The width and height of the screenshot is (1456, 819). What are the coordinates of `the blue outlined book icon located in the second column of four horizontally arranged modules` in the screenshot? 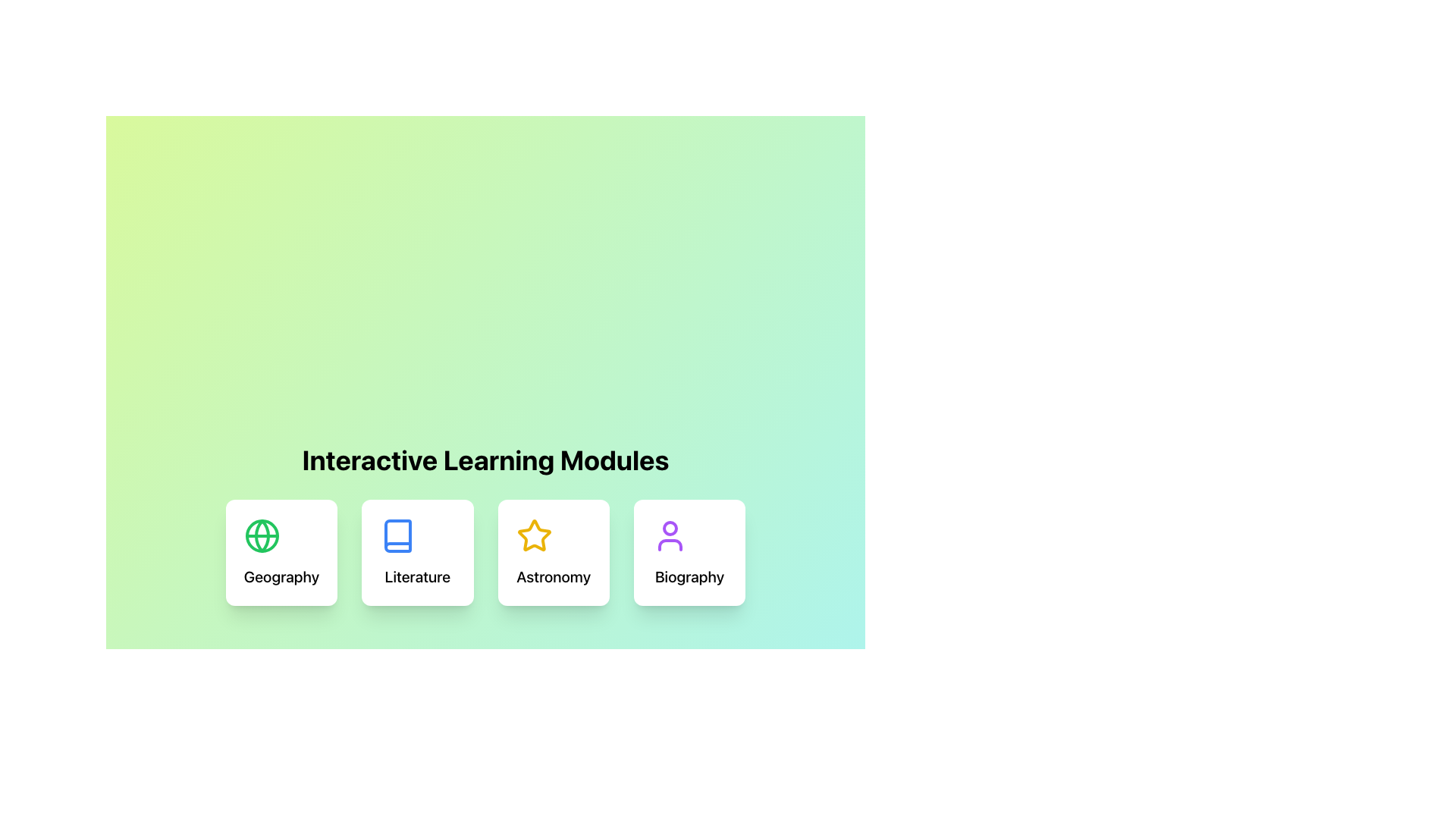 It's located at (398, 535).